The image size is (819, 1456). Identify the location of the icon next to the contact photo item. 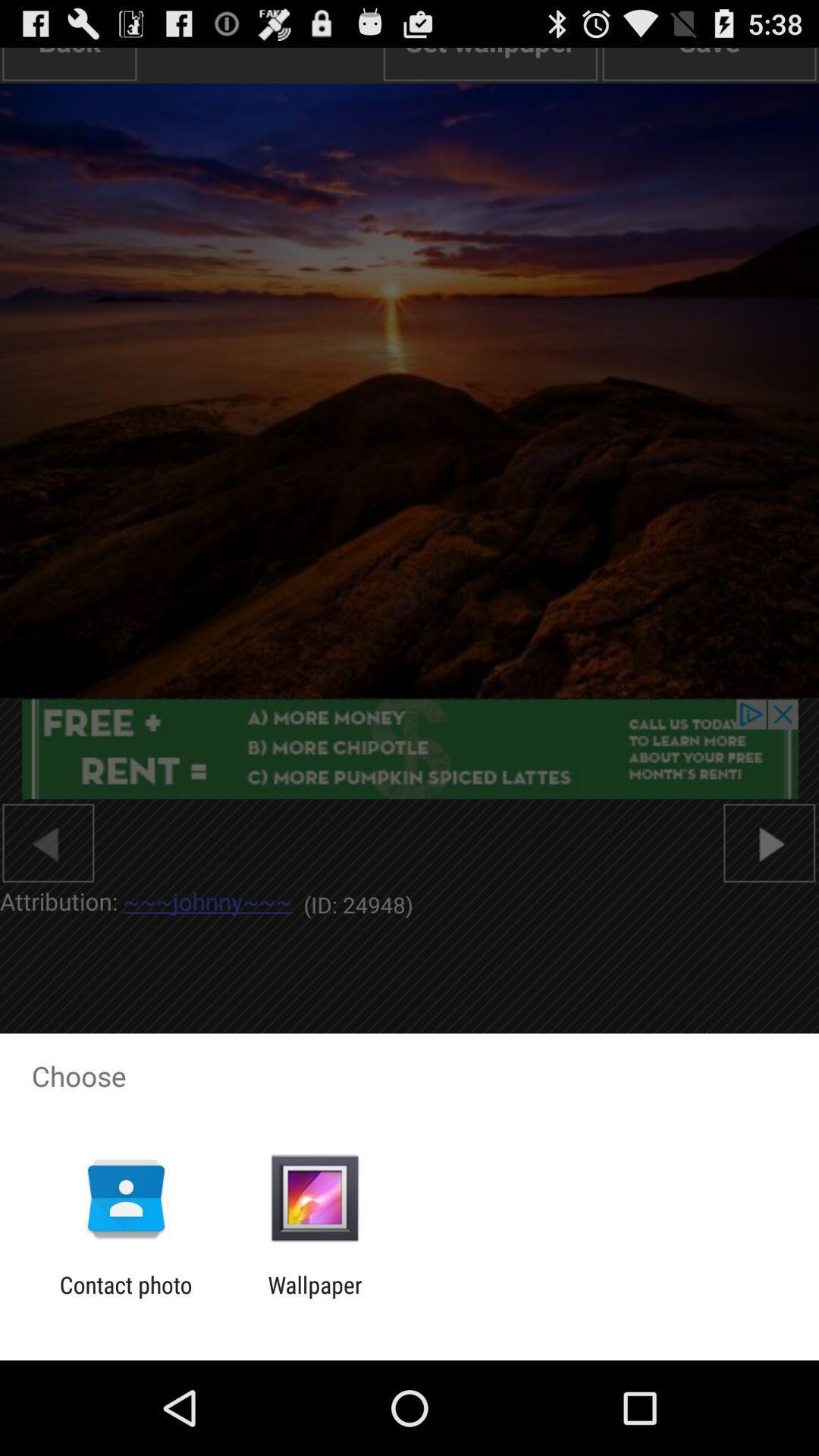
(314, 1298).